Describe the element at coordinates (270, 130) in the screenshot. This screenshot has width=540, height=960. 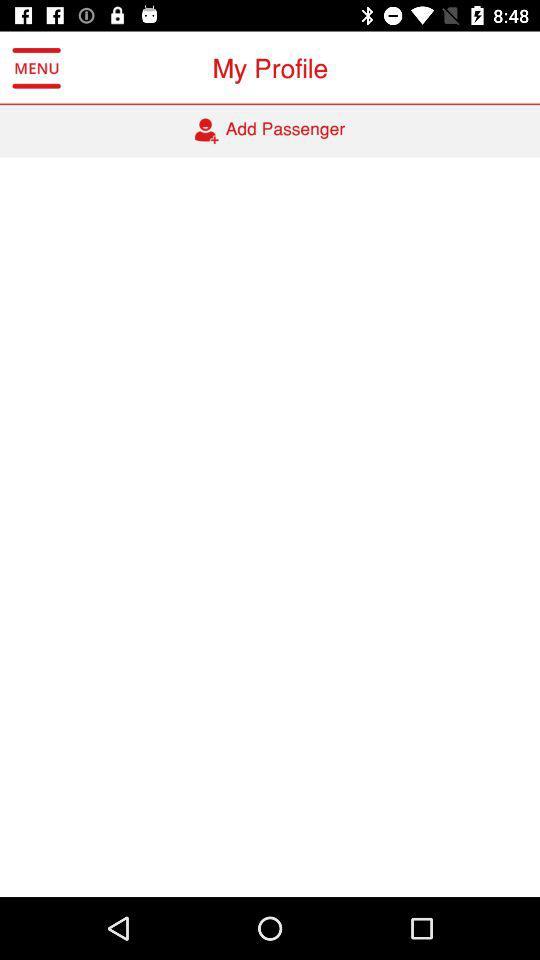
I see `the icon below the my profile` at that location.